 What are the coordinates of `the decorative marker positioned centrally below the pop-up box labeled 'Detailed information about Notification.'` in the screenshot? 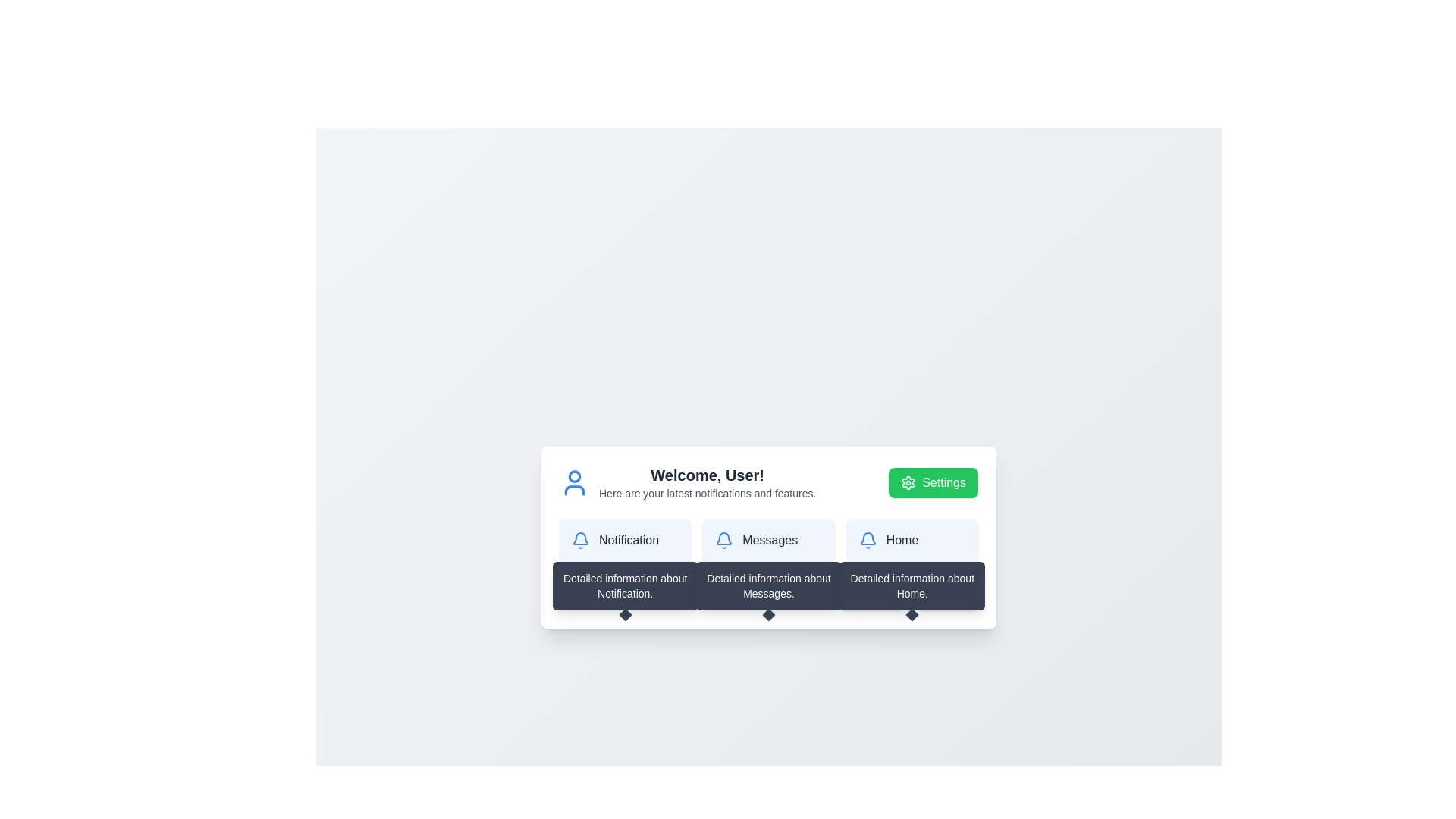 It's located at (625, 614).